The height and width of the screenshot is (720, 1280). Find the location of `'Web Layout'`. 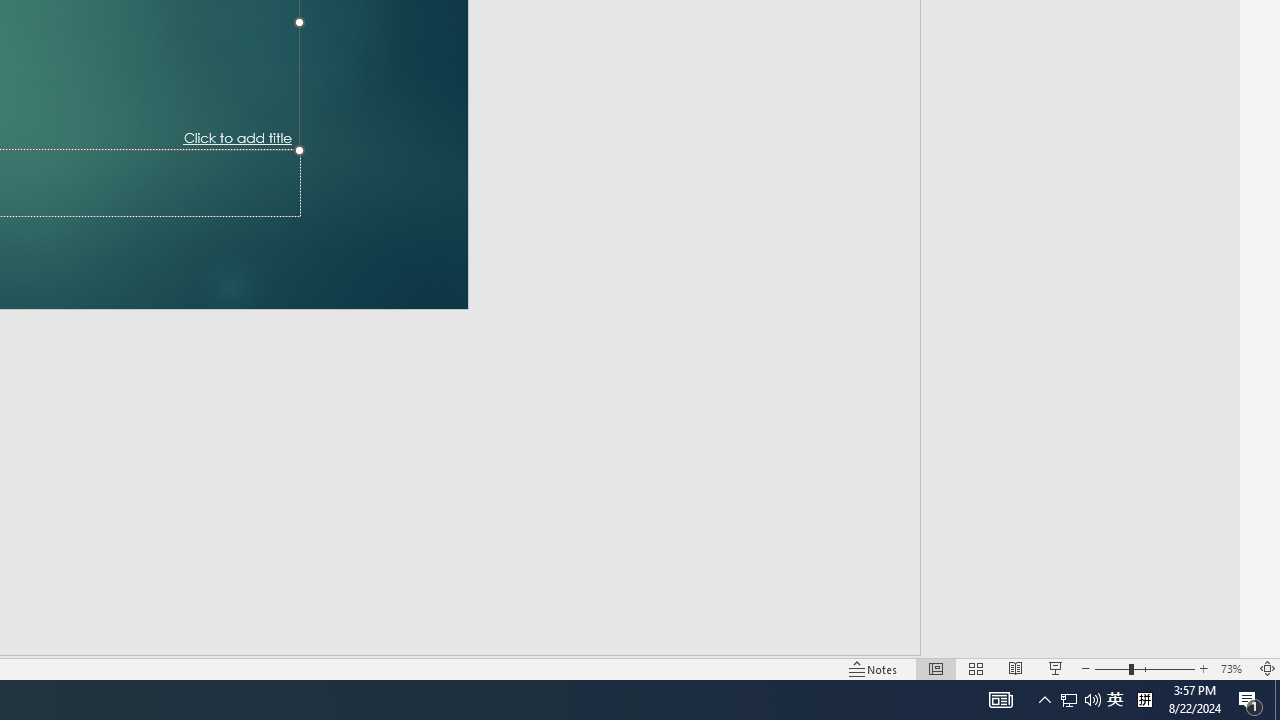

'Web Layout' is located at coordinates (984, 640).